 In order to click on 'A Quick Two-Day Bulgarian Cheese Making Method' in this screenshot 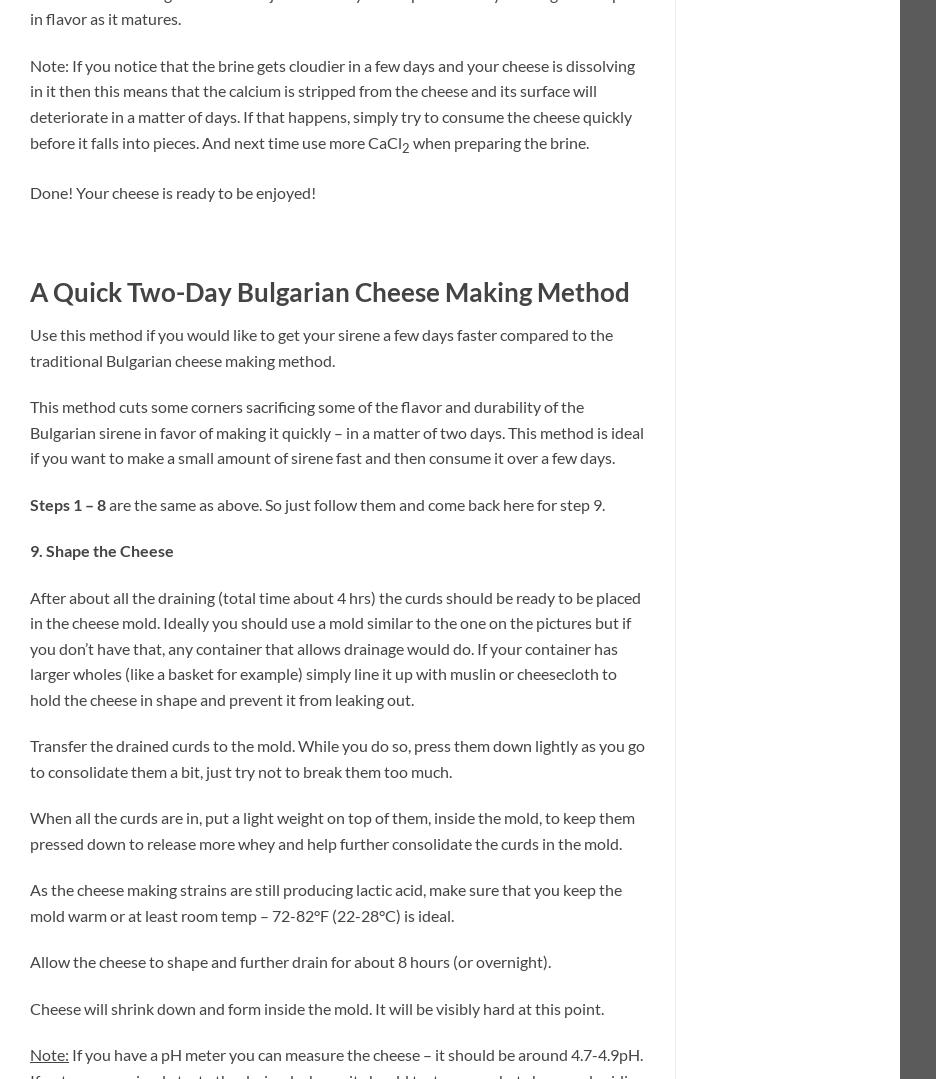, I will do `click(29, 290)`.